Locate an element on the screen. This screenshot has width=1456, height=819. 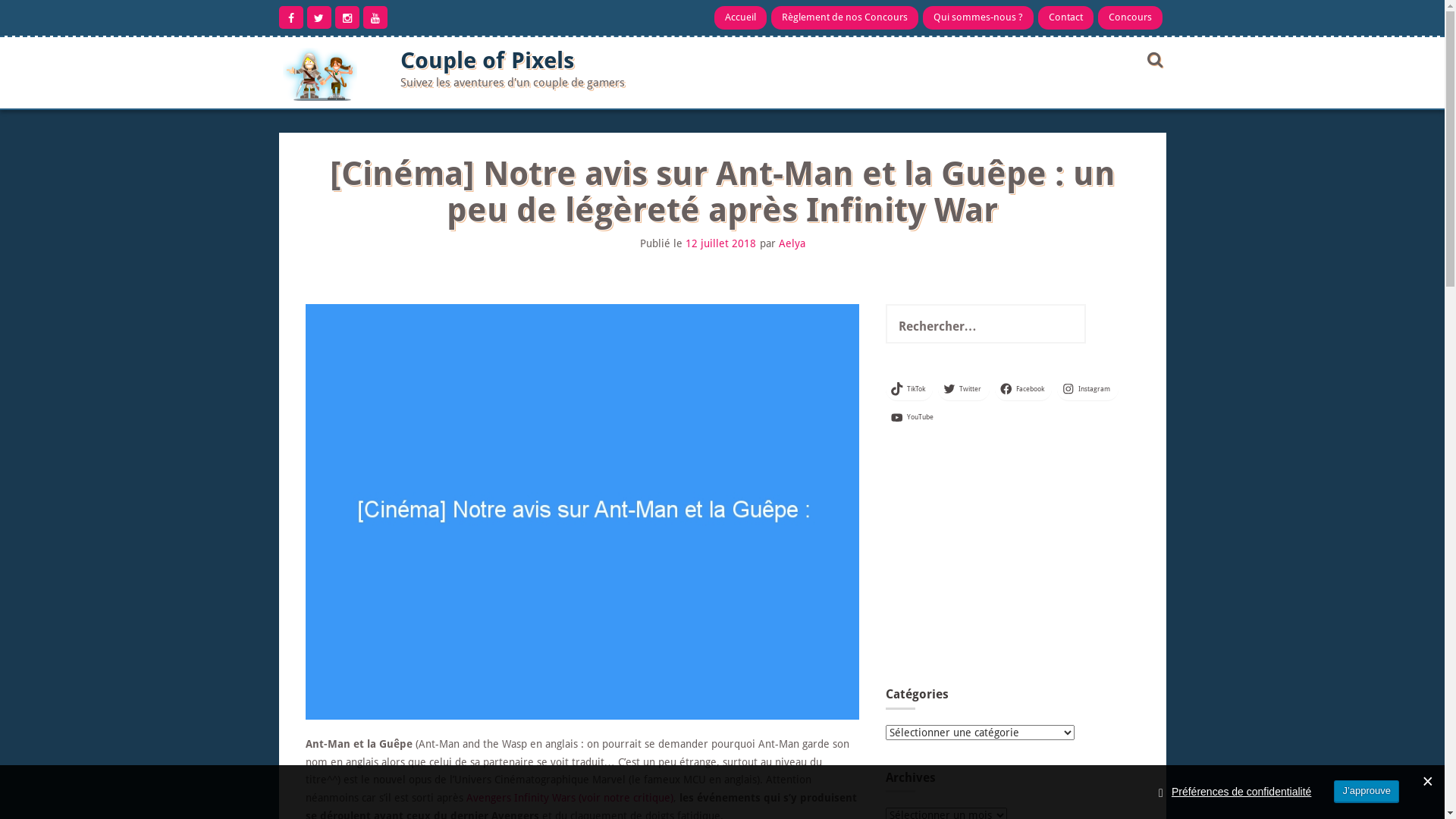
'Qui sommes-nous ?' is located at coordinates (977, 17).